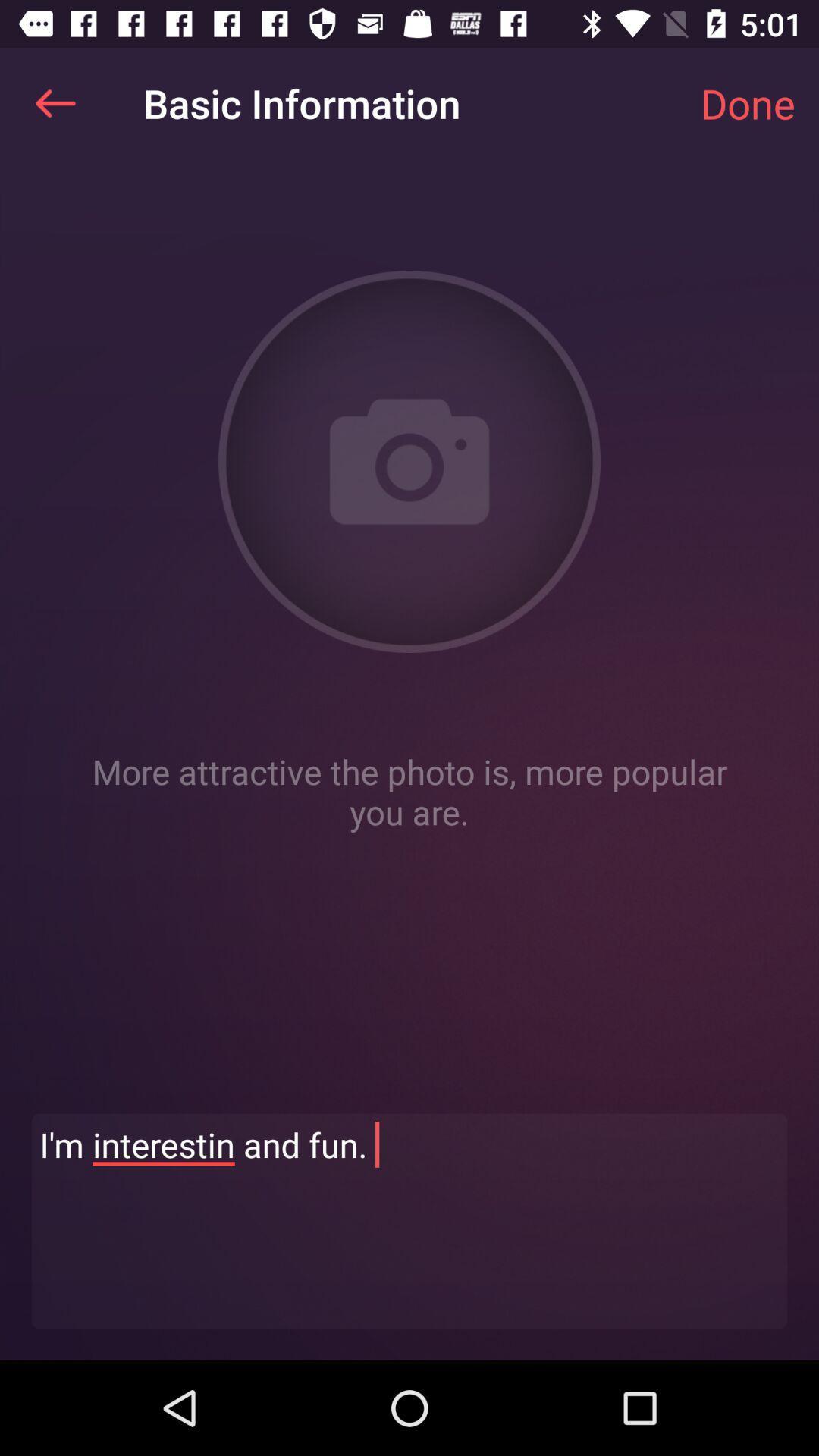 Image resolution: width=819 pixels, height=1456 pixels. Describe the element at coordinates (409, 1221) in the screenshot. I see `the icon below the more attractive the icon` at that location.